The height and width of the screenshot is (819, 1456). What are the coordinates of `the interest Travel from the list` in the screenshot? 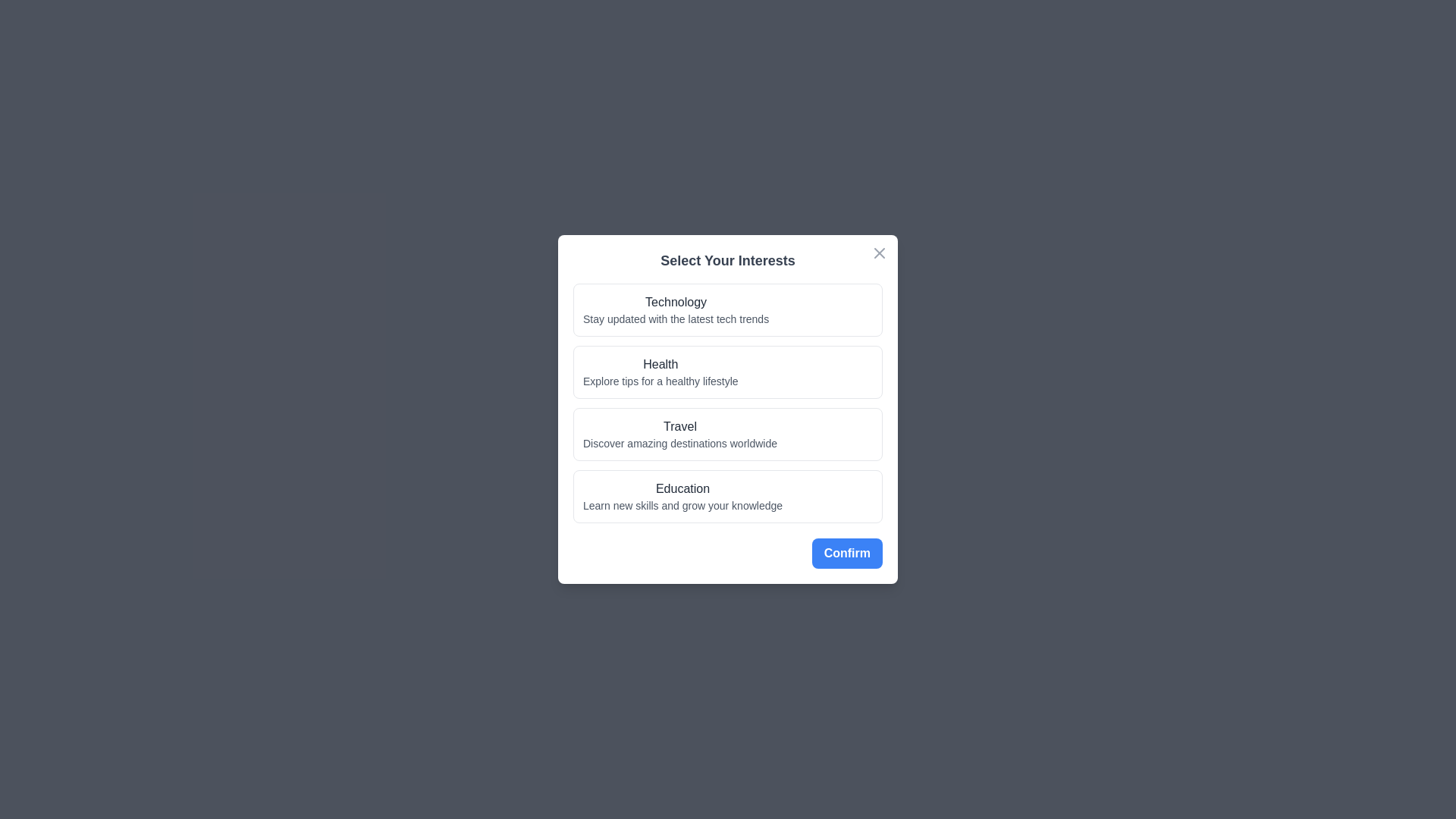 It's located at (728, 435).